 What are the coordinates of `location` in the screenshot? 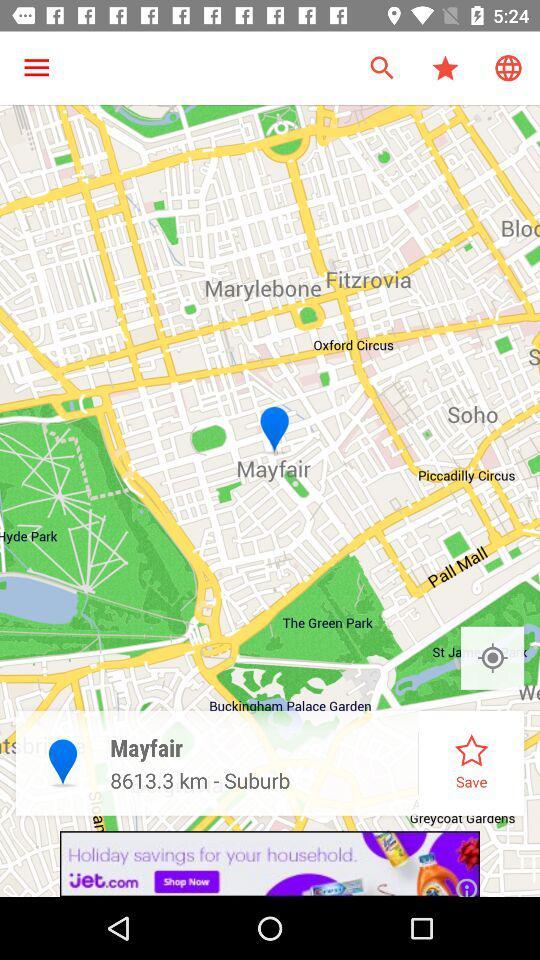 It's located at (491, 657).